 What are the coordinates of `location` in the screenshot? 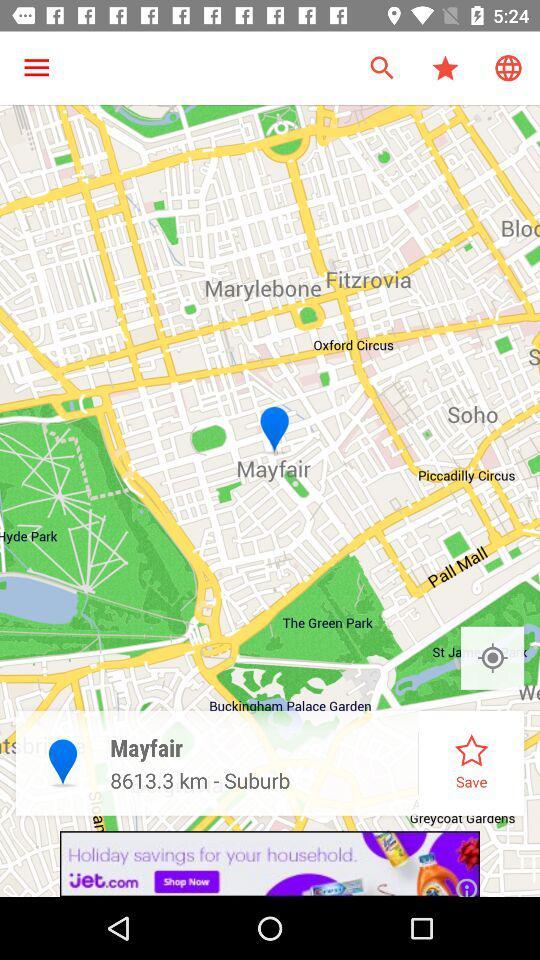 It's located at (491, 657).